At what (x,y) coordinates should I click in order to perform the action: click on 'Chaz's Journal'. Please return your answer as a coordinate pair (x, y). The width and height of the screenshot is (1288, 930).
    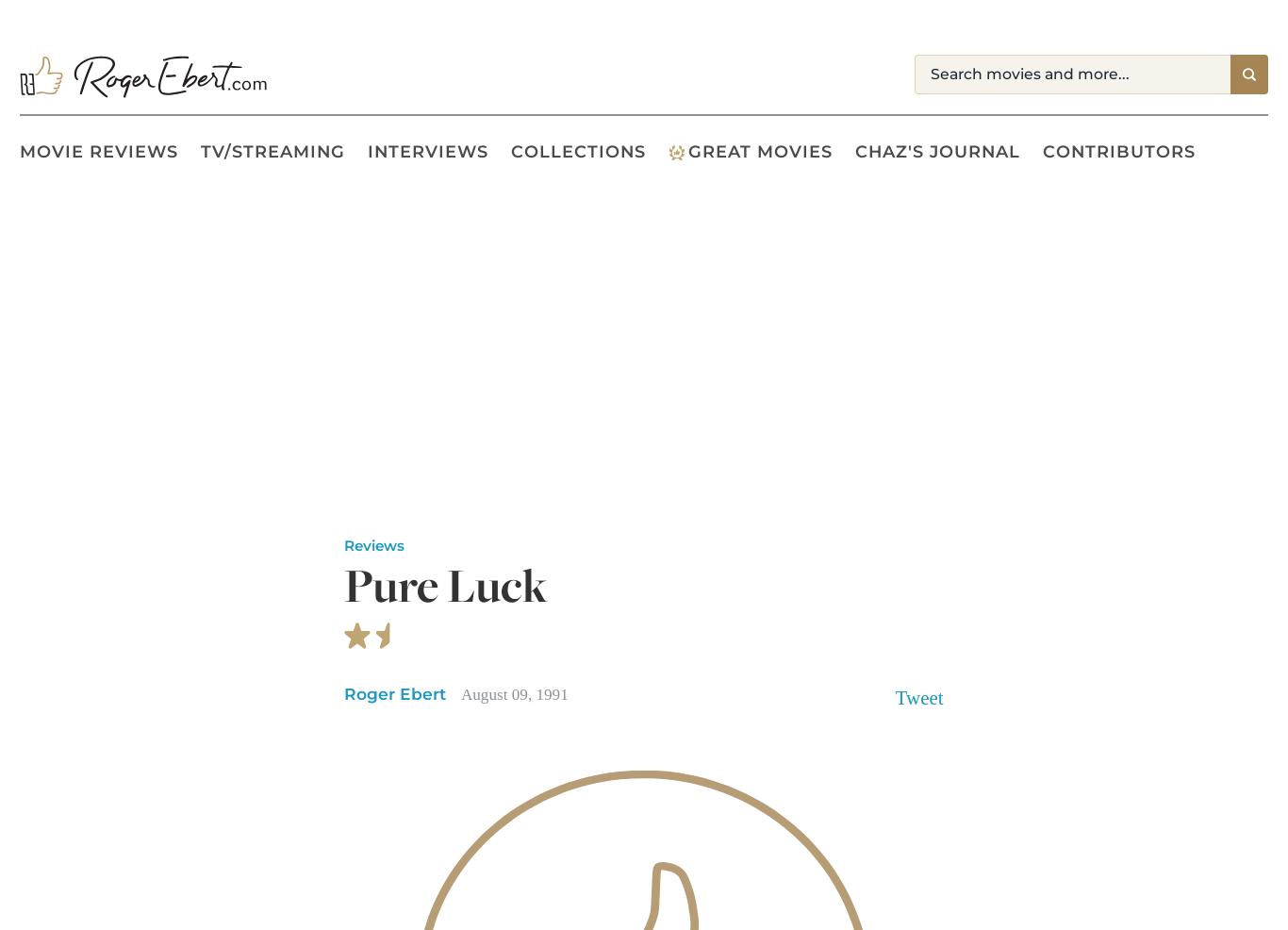
    Looking at the image, I should click on (853, 151).